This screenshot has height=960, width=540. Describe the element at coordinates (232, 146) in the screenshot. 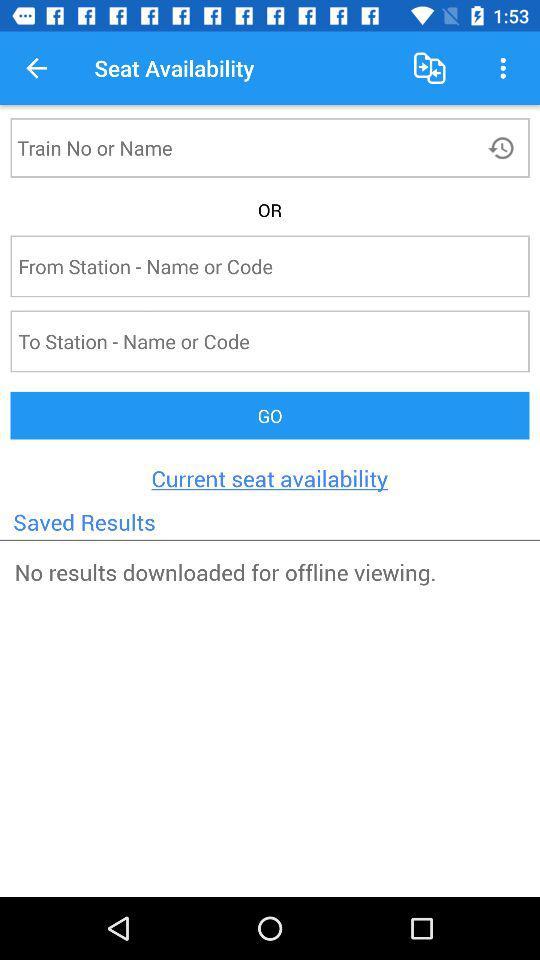

I see `click on name box` at that location.